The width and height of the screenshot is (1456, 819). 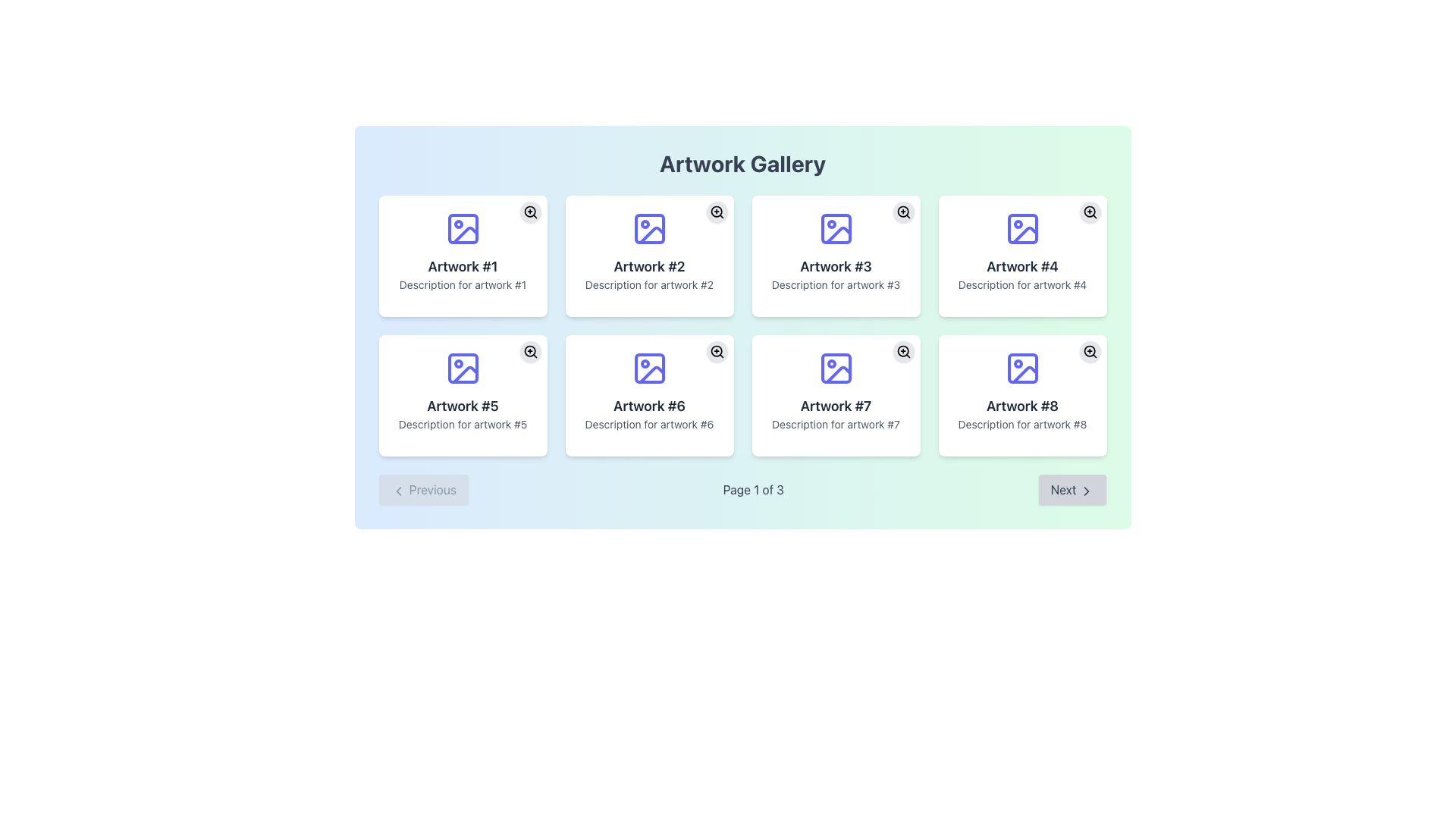 What do you see at coordinates (530, 212) in the screenshot?
I see `the zoom-in button represented by a magnifying glass icon located at the top-right corner of the card for Artwork #1 to zoom in on the artwork` at bounding box center [530, 212].